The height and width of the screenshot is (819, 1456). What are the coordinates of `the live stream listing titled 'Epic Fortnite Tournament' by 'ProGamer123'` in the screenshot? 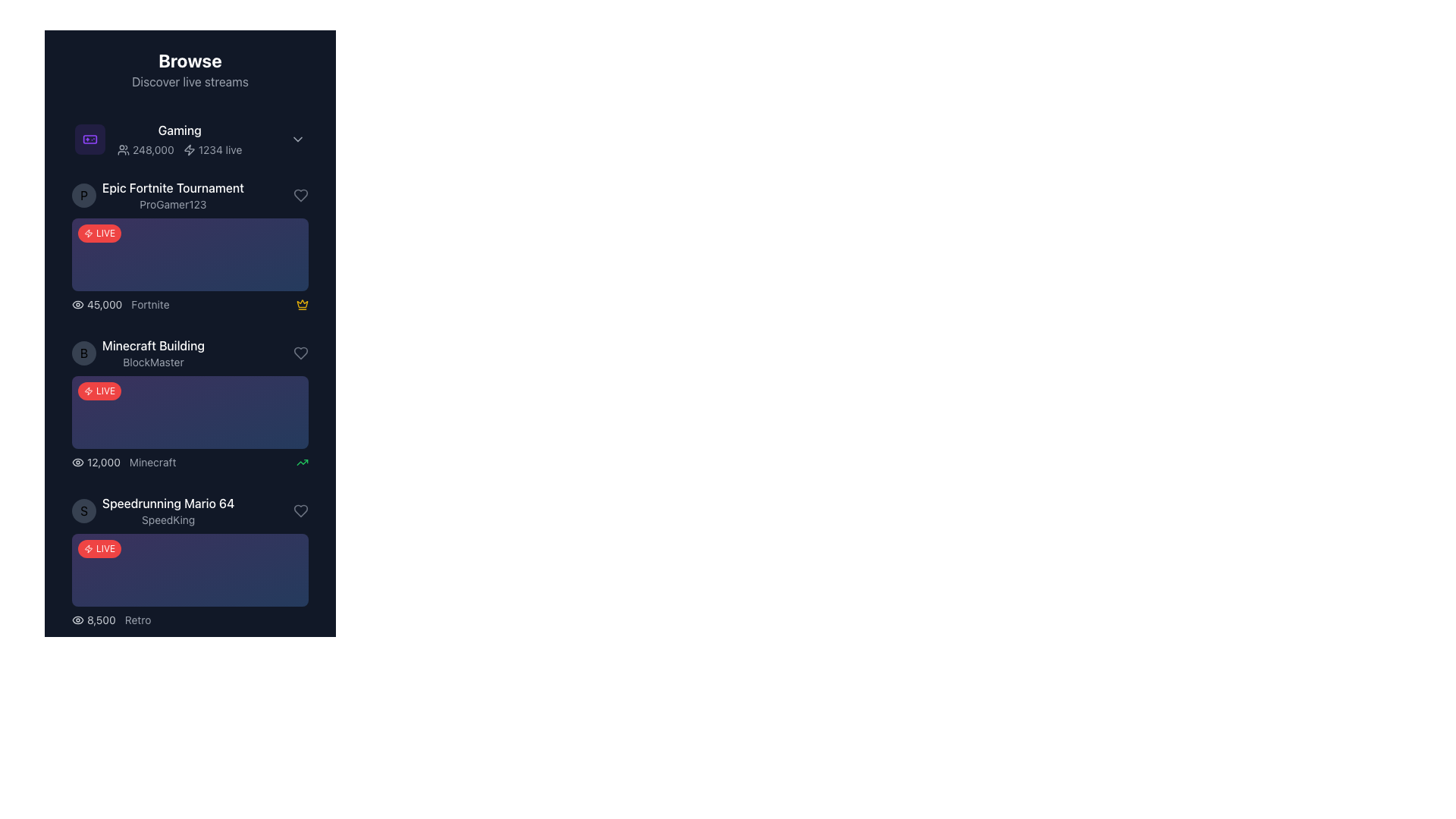 It's located at (158, 195).